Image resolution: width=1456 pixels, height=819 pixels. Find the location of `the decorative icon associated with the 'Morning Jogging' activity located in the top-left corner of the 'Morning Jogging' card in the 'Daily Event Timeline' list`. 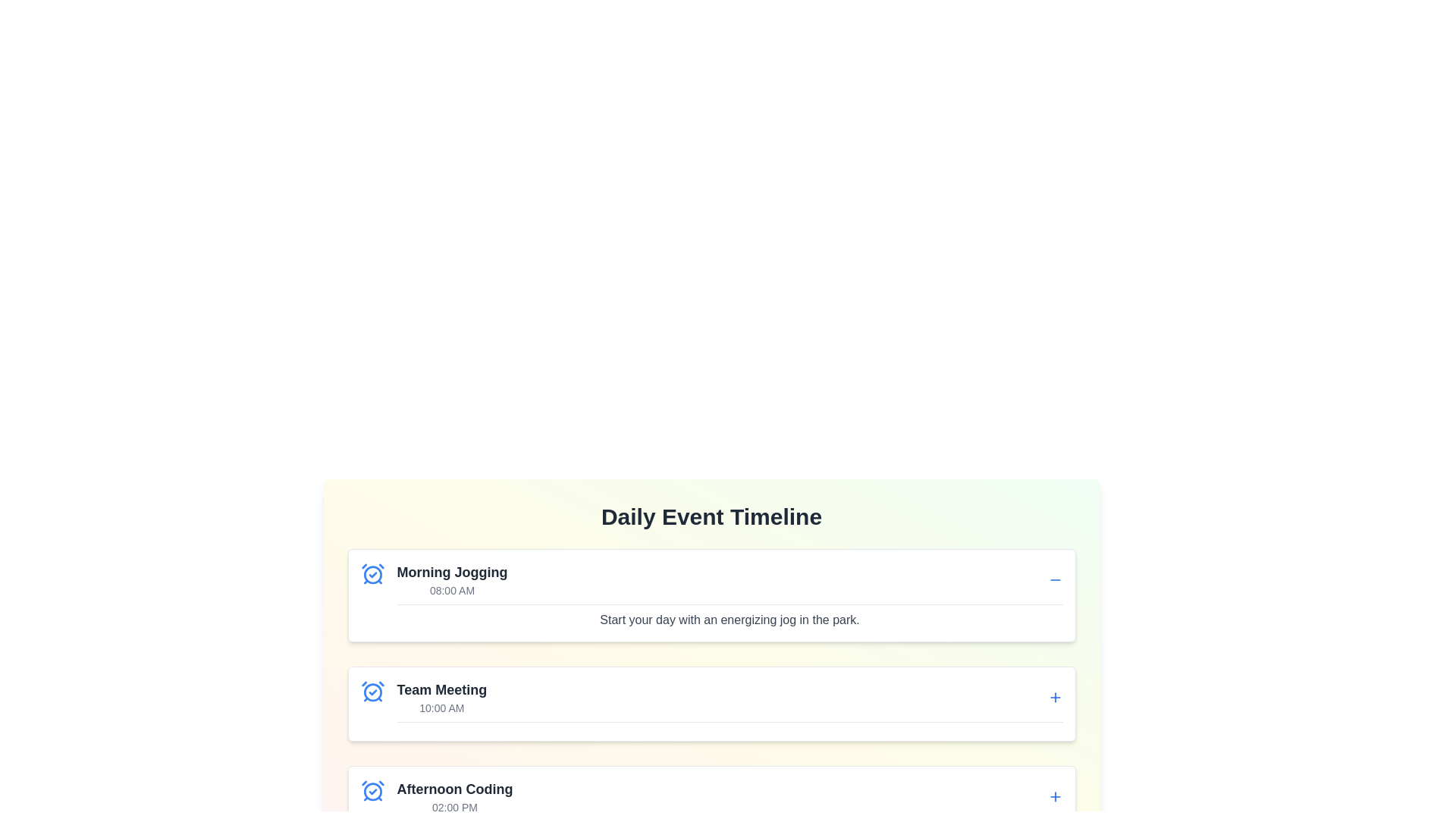

the decorative icon associated with the 'Morning Jogging' activity located in the top-left corner of the 'Morning Jogging' card in the 'Daily Event Timeline' list is located at coordinates (372, 573).